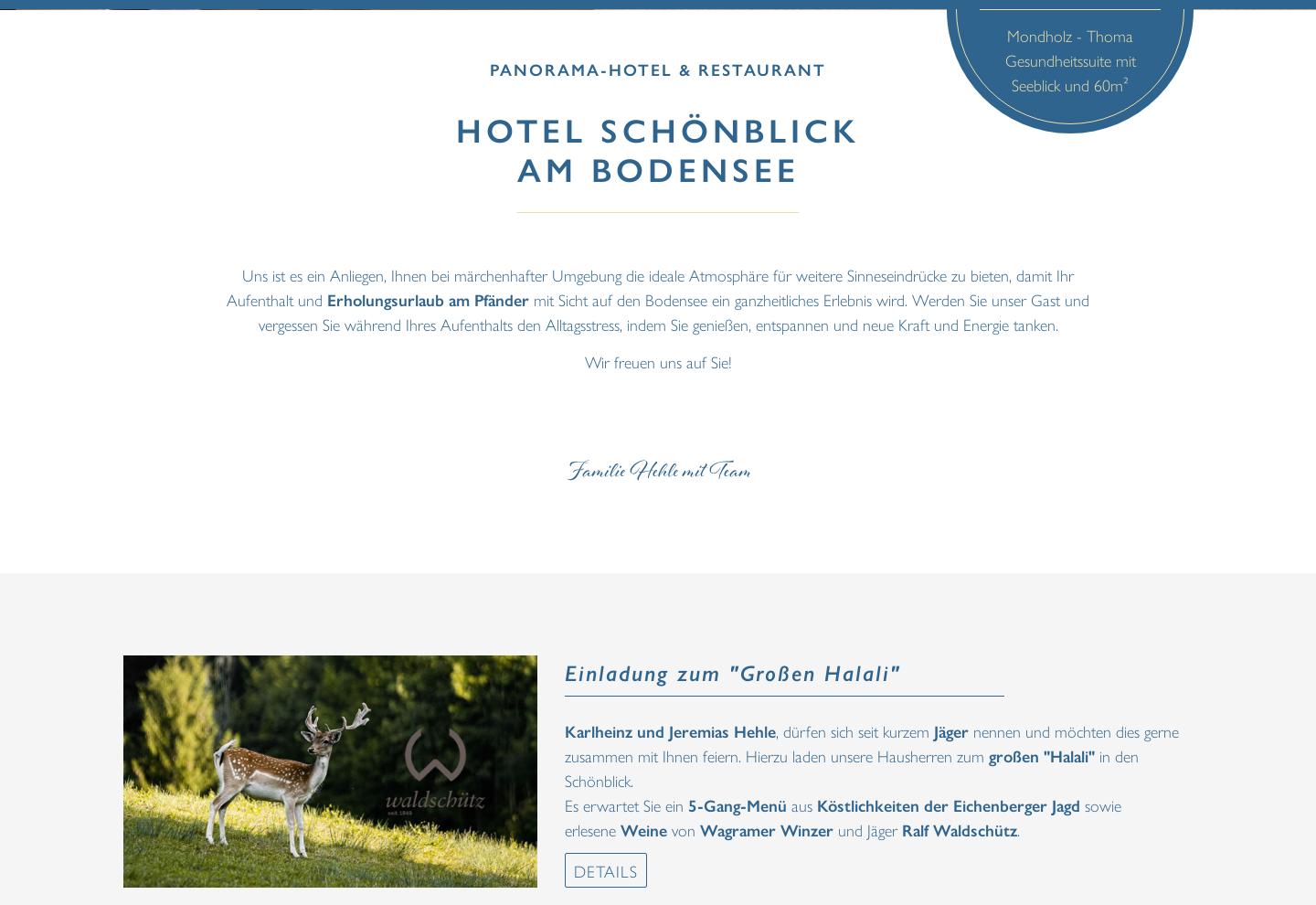 This screenshot has width=1316, height=905. Describe the element at coordinates (657, 166) in the screenshot. I see `'am Bodensee'` at that location.